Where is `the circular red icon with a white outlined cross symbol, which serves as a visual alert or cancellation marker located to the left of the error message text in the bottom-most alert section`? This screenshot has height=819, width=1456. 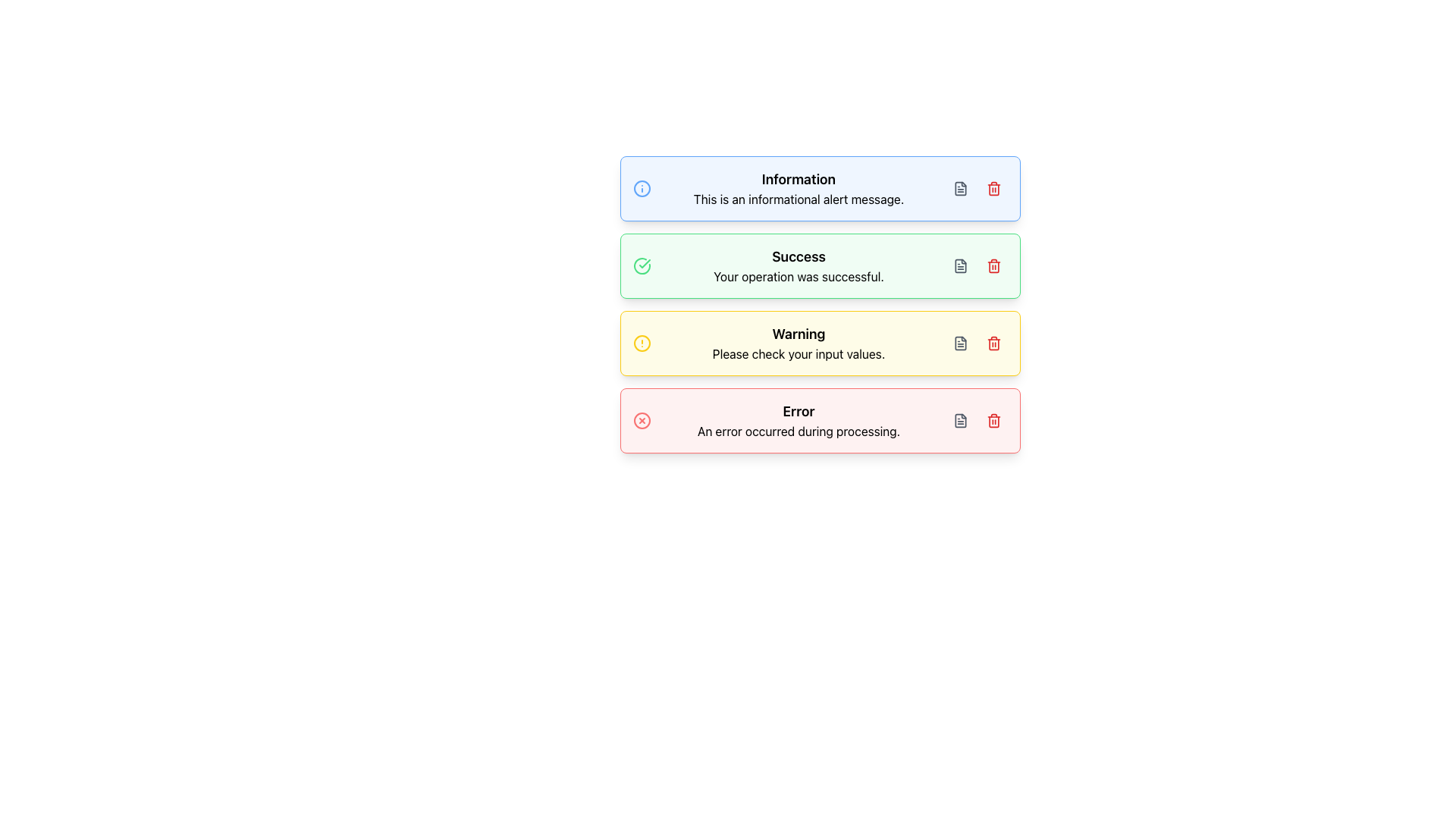 the circular red icon with a white outlined cross symbol, which serves as a visual alert or cancellation marker located to the left of the error message text in the bottom-most alert section is located at coordinates (642, 421).